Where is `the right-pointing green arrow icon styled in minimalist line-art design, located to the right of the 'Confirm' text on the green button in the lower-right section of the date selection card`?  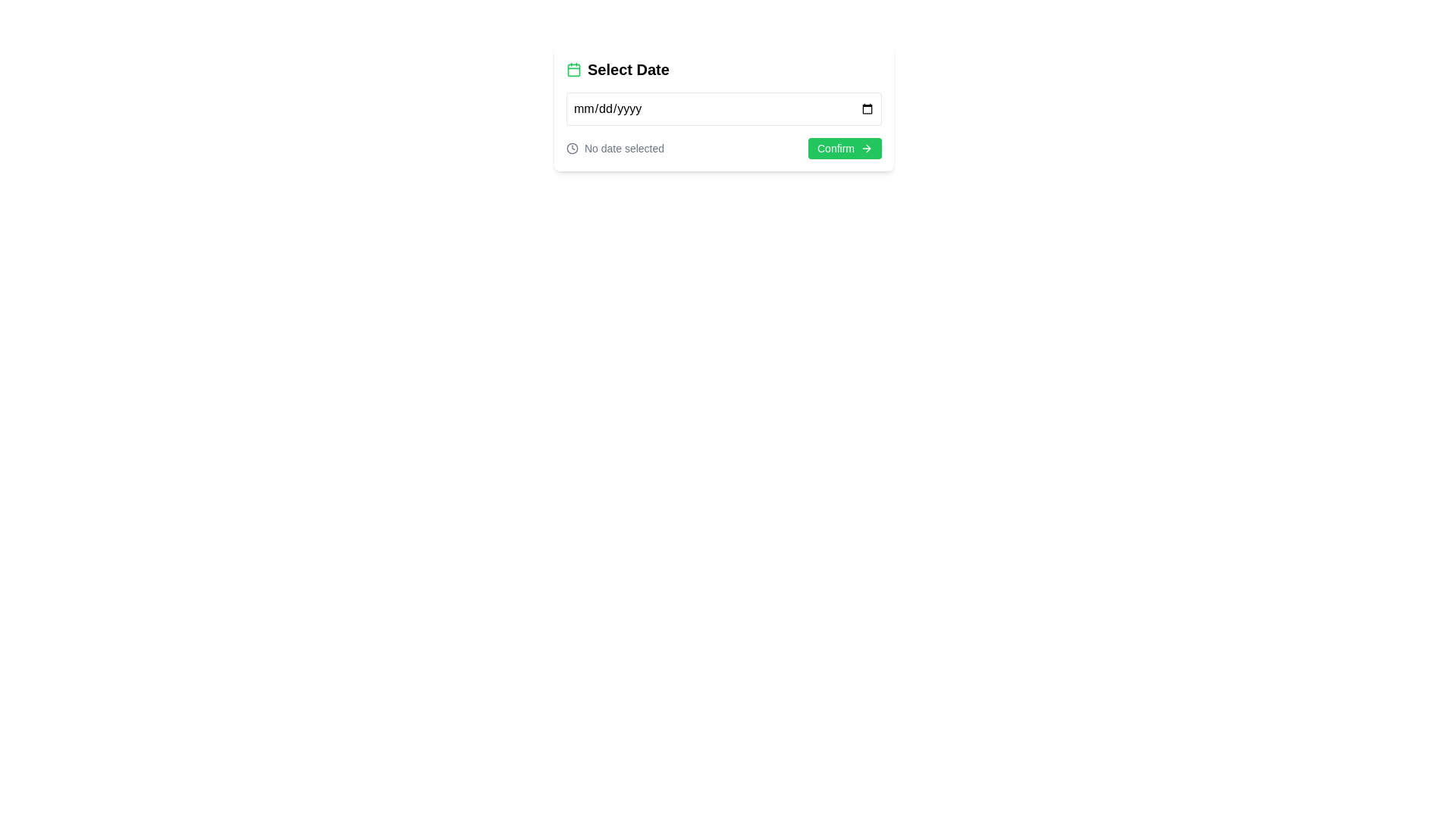
the right-pointing green arrow icon styled in minimalist line-art design, located to the right of the 'Confirm' text on the green button in the lower-right section of the date selection card is located at coordinates (866, 149).